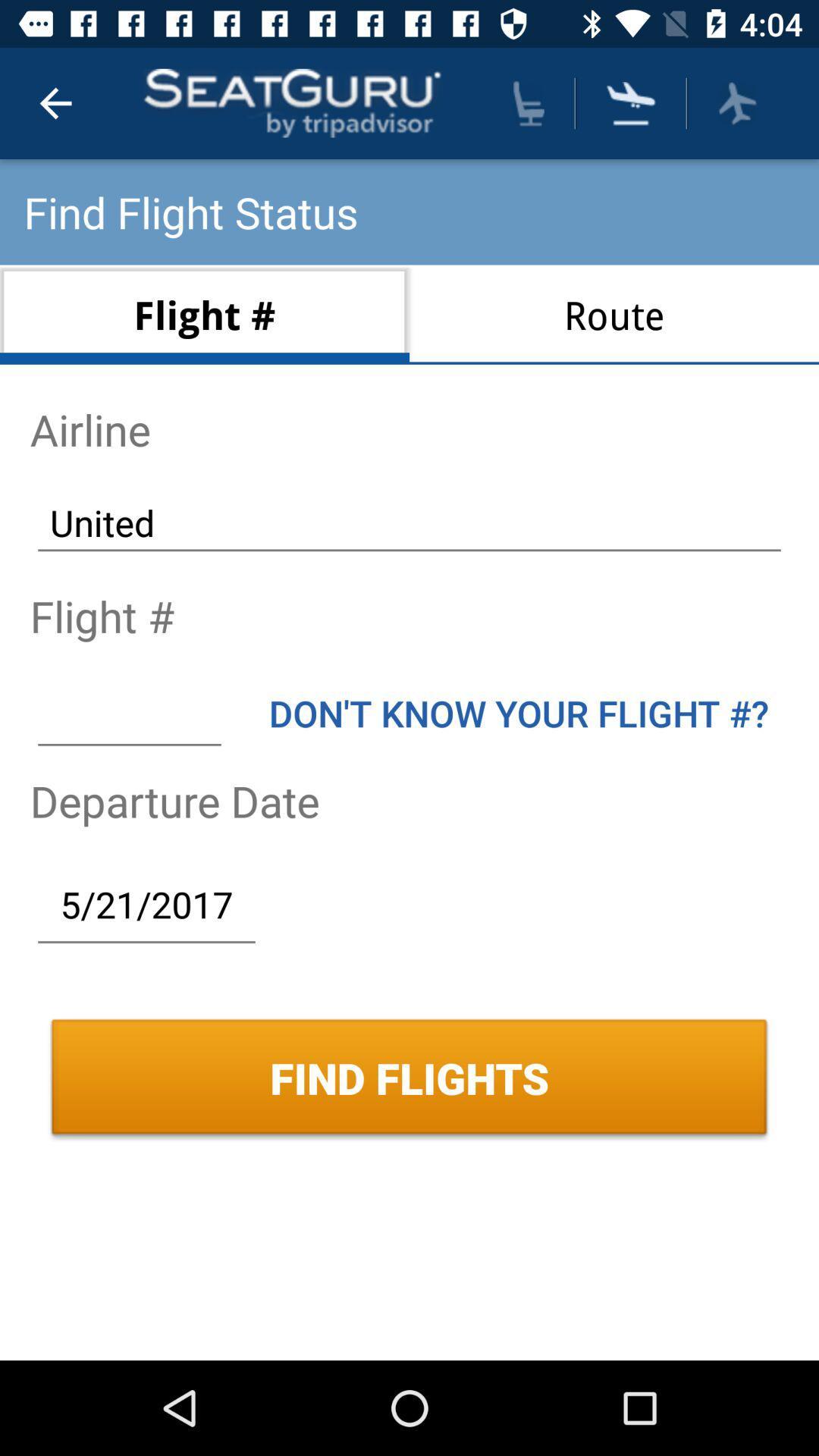 The height and width of the screenshot is (1456, 819). What do you see at coordinates (736, 102) in the screenshot?
I see `airplane mode` at bounding box center [736, 102].